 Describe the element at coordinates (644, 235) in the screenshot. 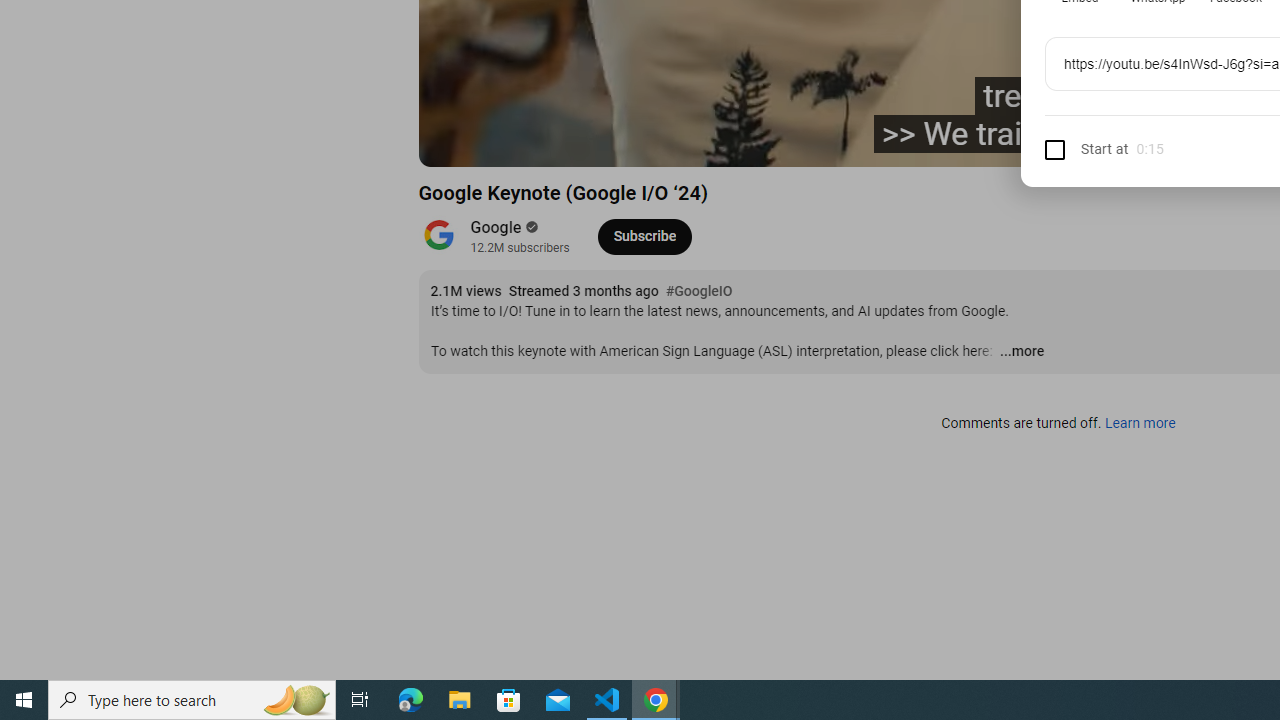

I see `'Subscribe to Google.'` at that location.